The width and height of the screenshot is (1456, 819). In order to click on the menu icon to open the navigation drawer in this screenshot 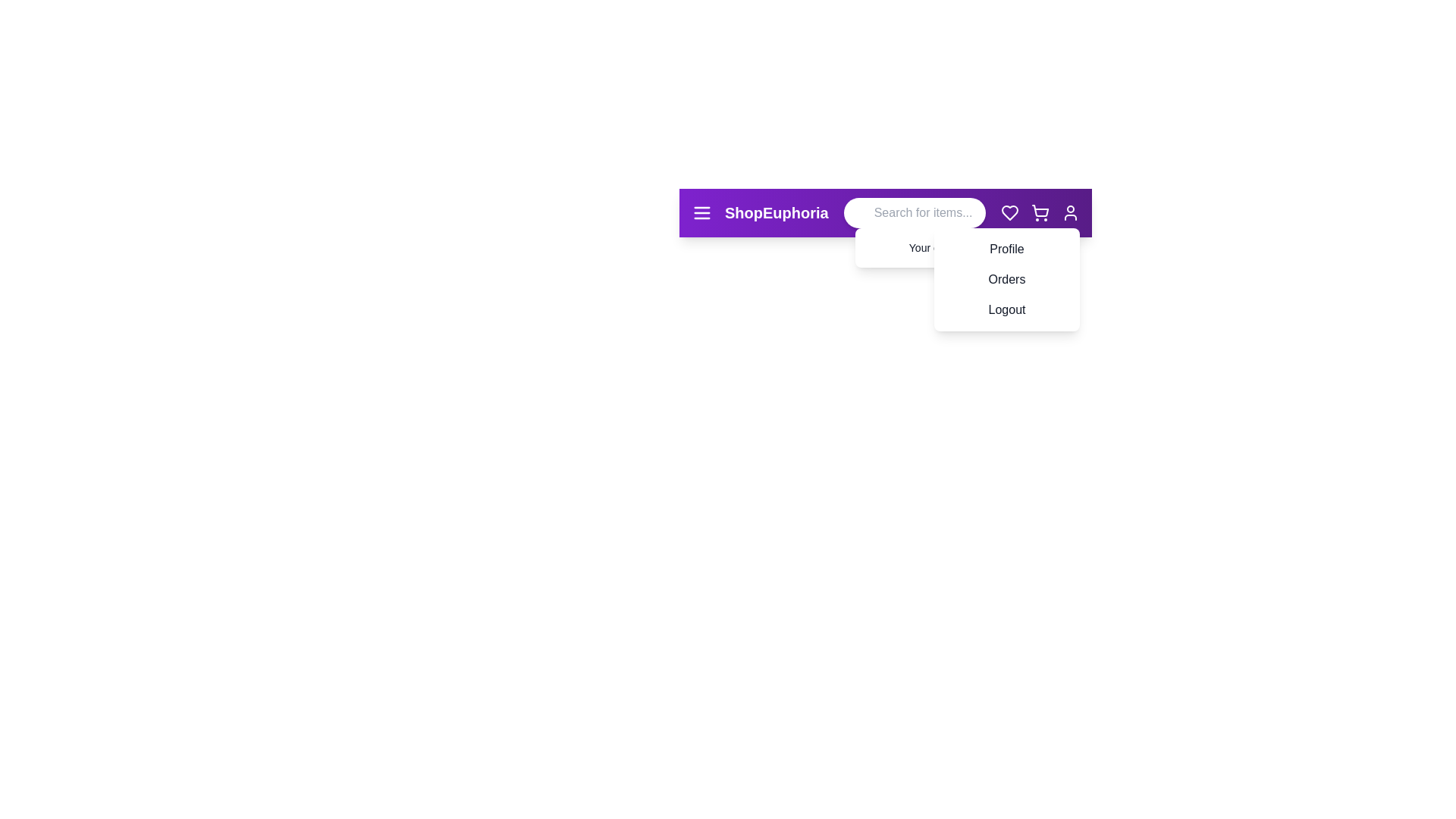, I will do `click(701, 213)`.